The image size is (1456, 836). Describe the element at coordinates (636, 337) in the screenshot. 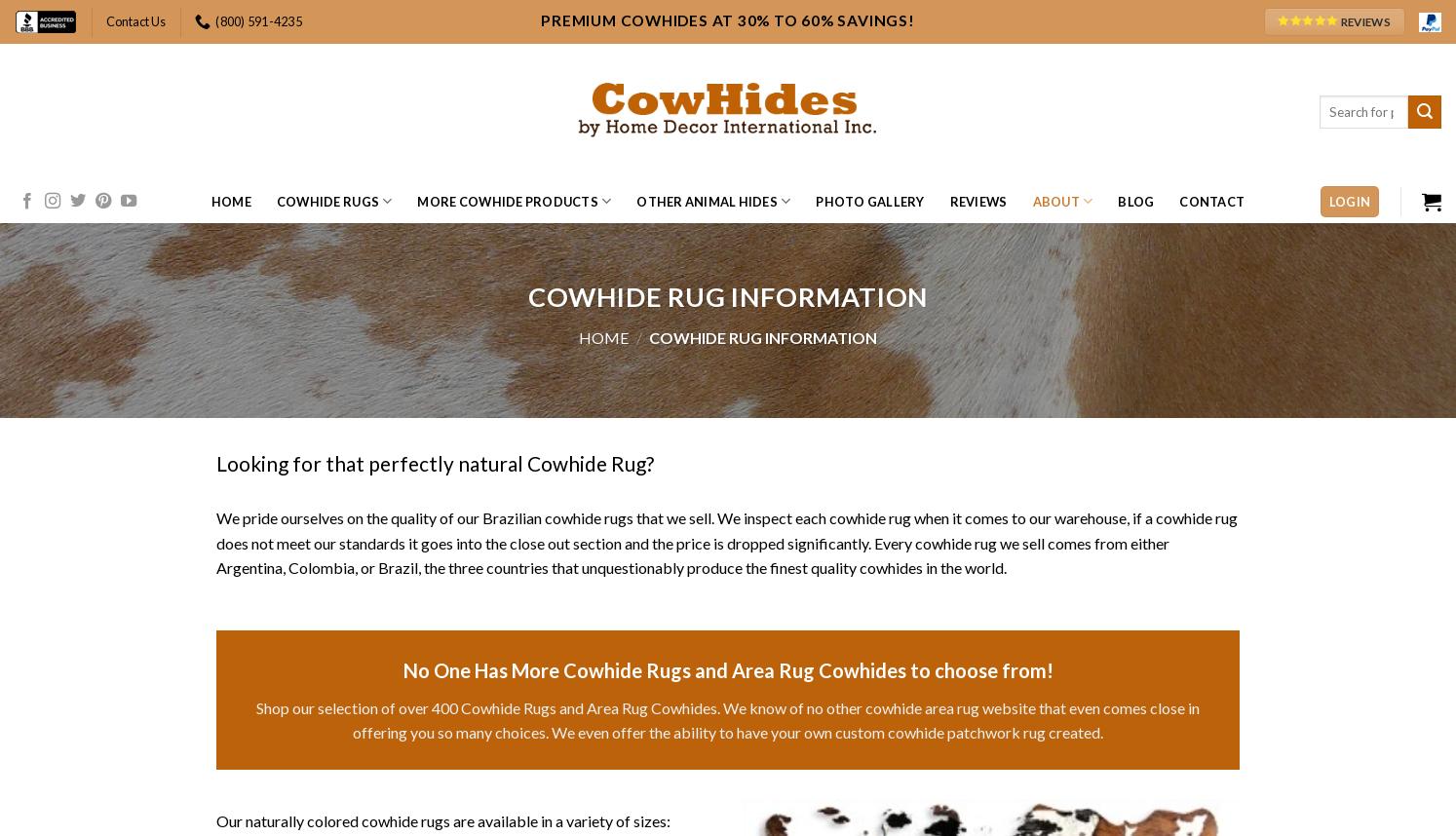

I see `'/'` at that location.